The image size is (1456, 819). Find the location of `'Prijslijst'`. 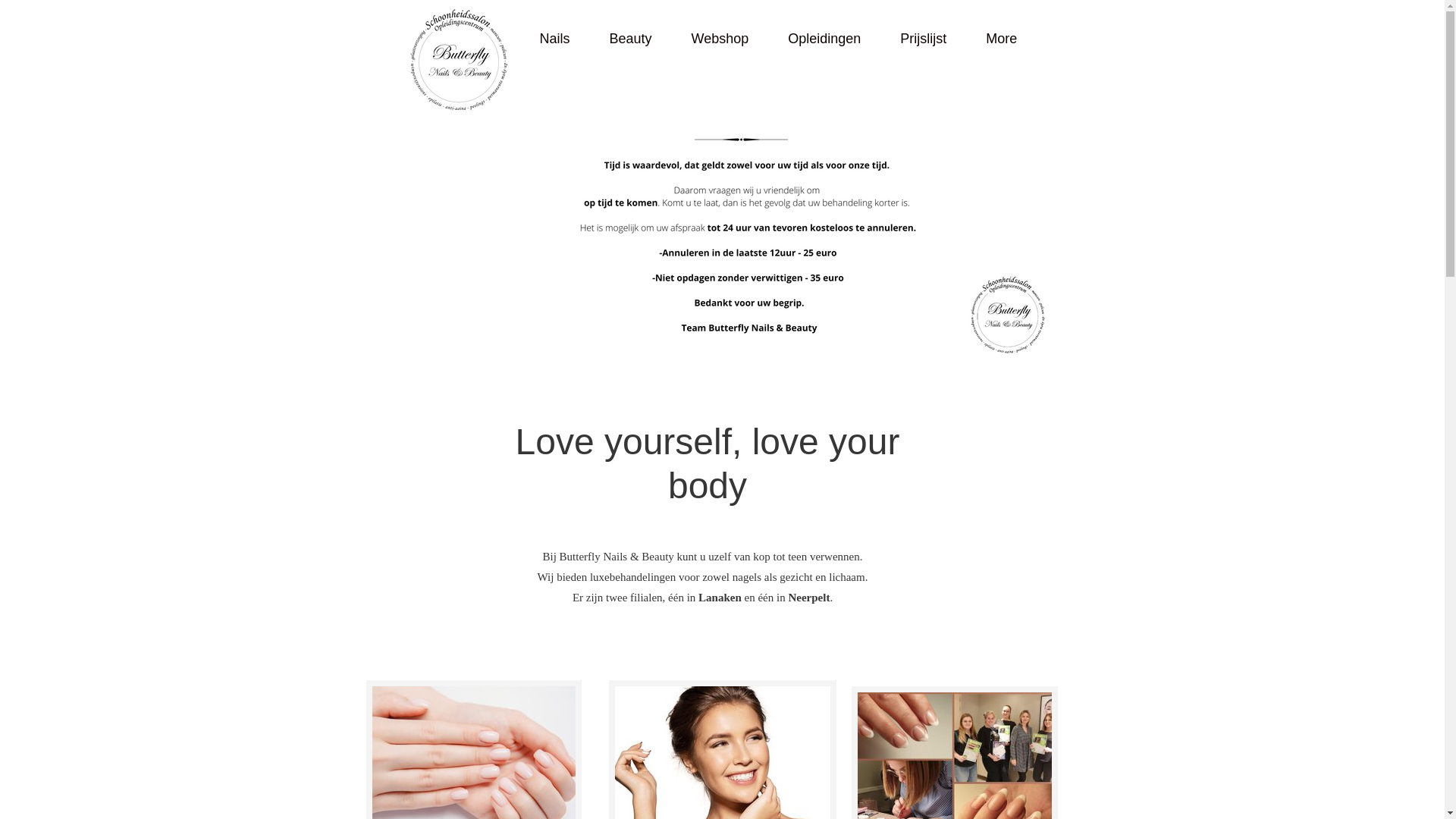

'Prijslijst' is located at coordinates (880, 37).